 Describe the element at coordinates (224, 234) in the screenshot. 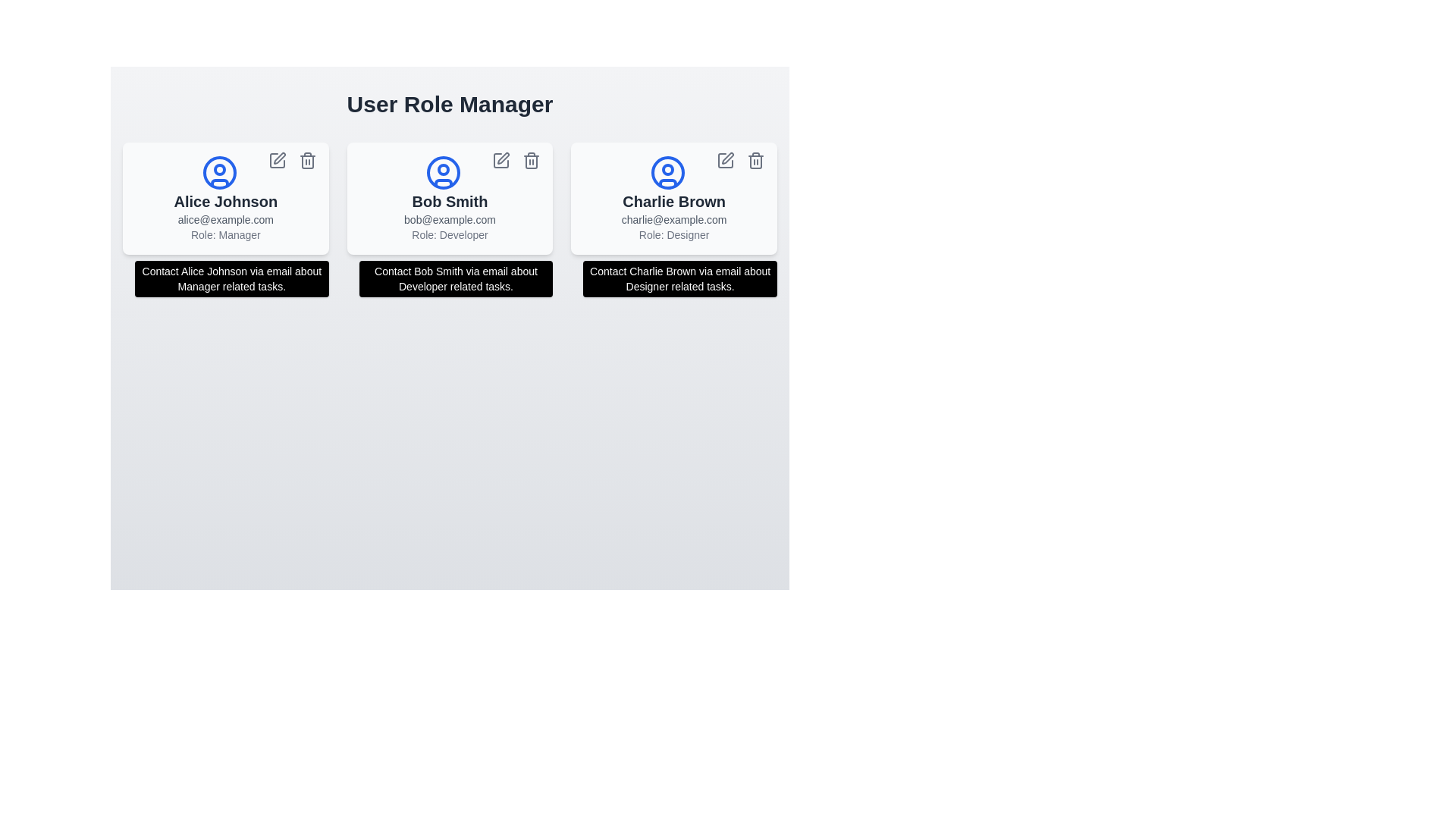

I see `the static text element displaying 'Role: Manager', which is styled in gray and located within a card structure, positioned below the name 'Alice Johnson' and the email 'alice@example.com'` at that location.